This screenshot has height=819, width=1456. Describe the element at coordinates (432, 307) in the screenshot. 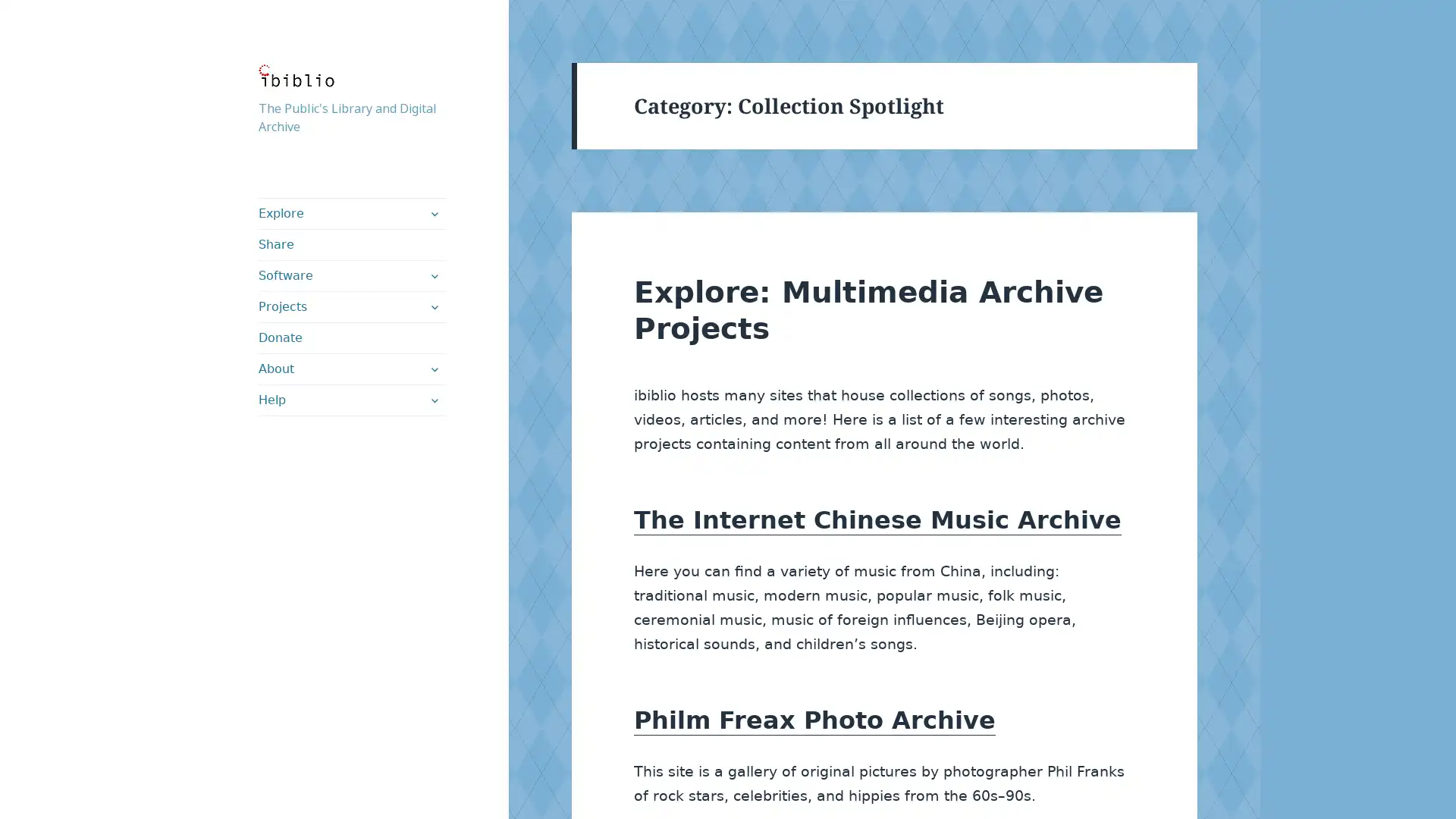

I see `expand child menu` at that location.